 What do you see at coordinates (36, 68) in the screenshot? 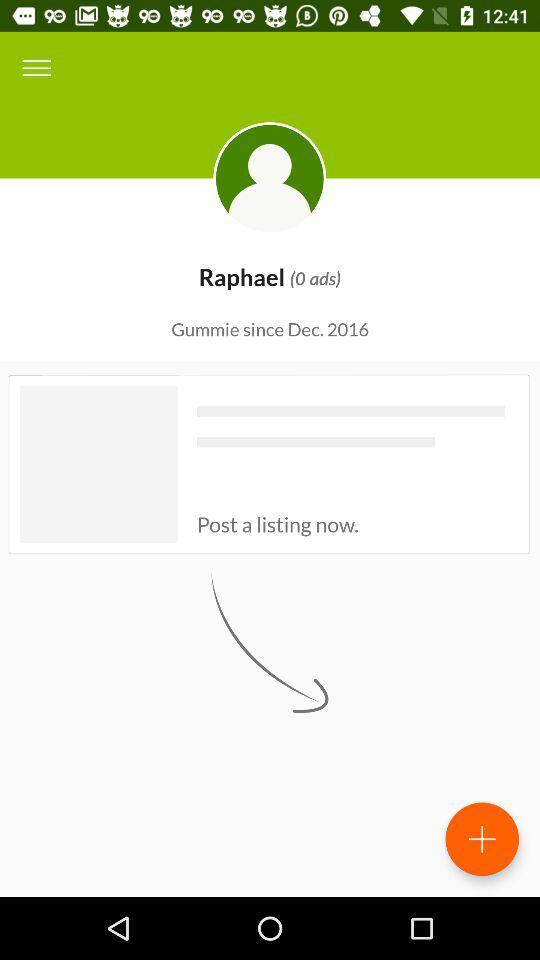
I see `icon above gummie since dec icon` at bounding box center [36, 68].